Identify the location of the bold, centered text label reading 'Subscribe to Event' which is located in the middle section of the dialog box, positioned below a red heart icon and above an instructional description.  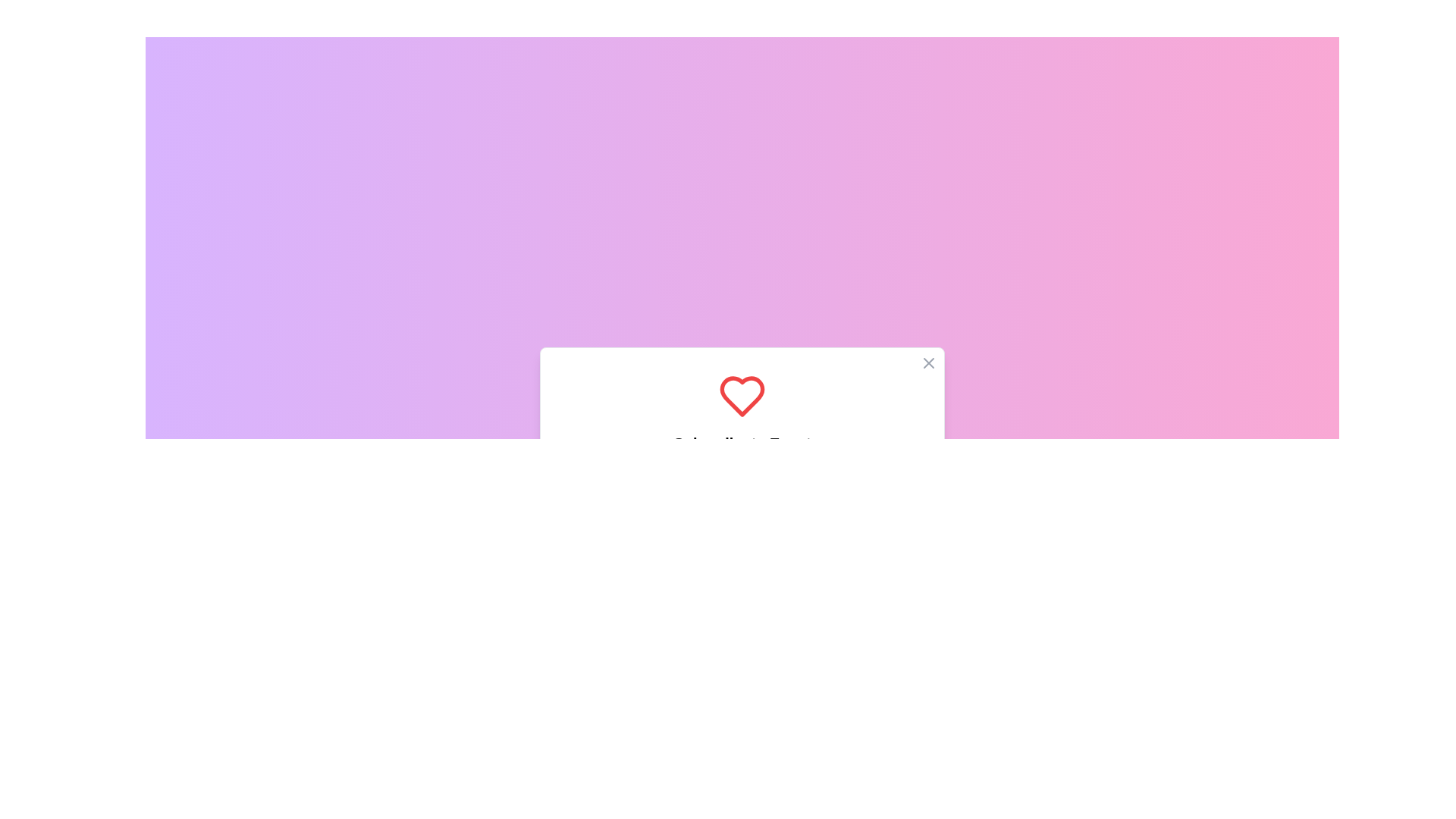
(742, 444).